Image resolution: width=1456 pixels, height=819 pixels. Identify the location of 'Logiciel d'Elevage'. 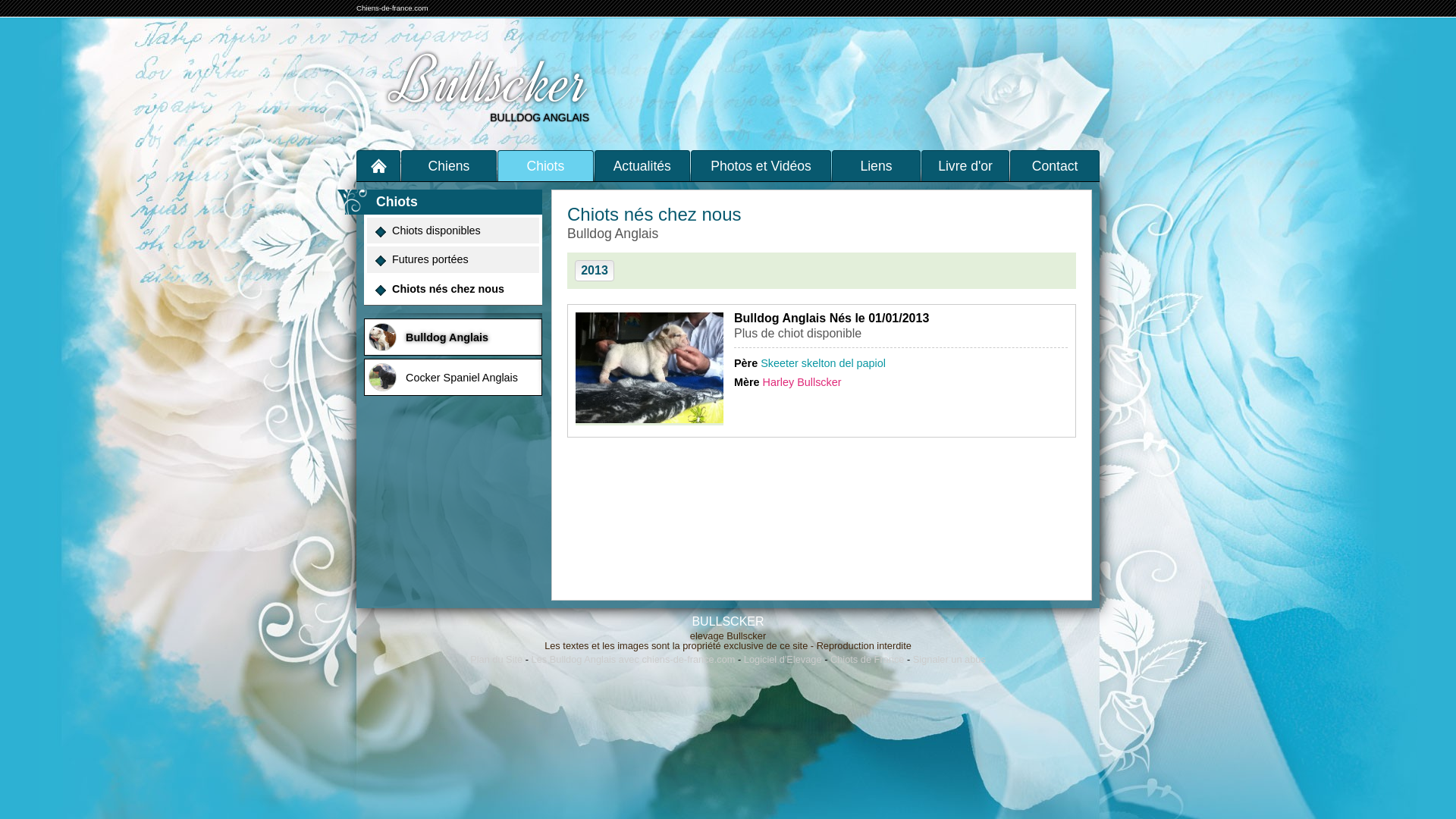
(783, 658).